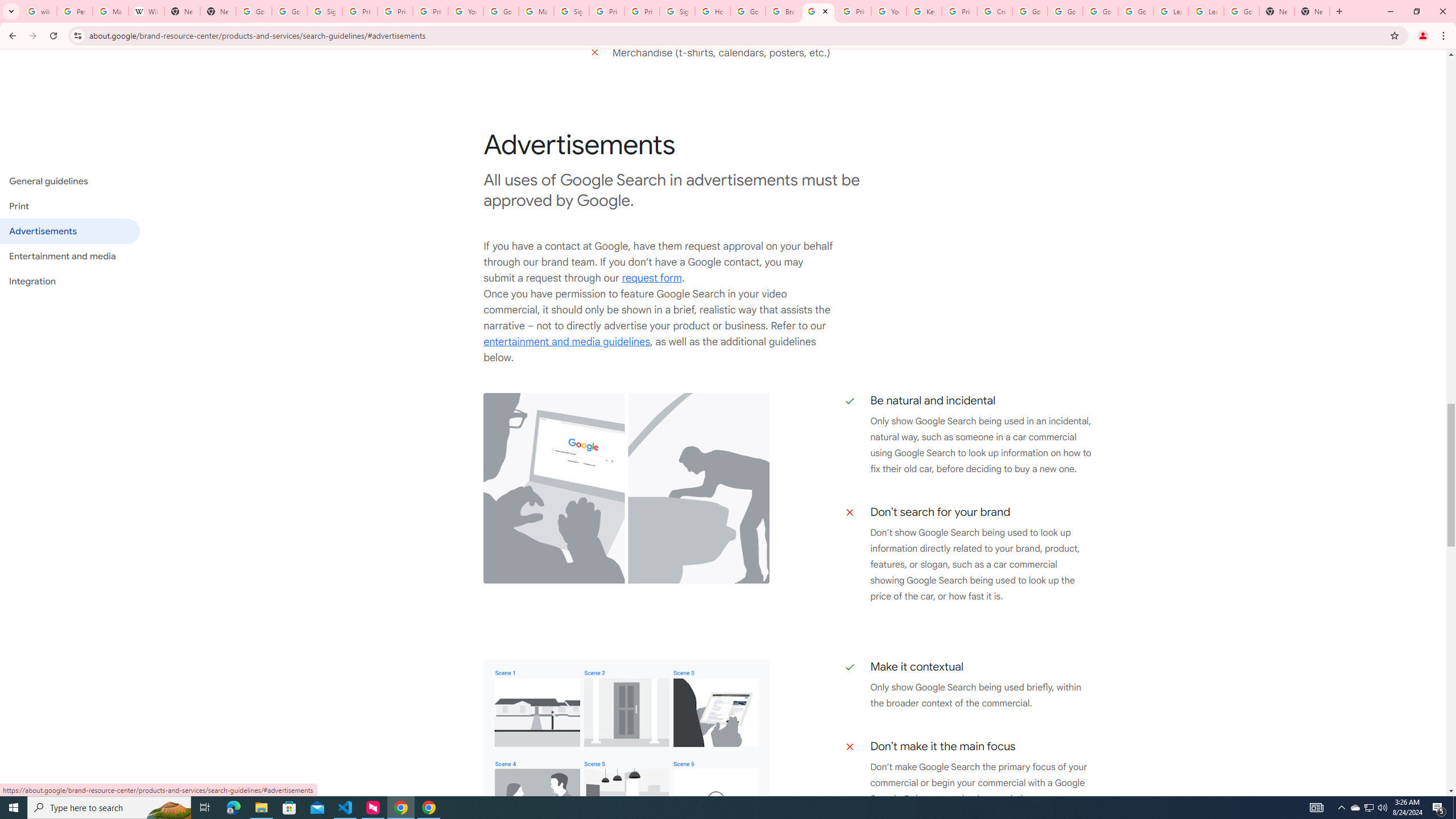 The image size is (1456, 819). I want to click on 'Advertisements', so click(69, 230).